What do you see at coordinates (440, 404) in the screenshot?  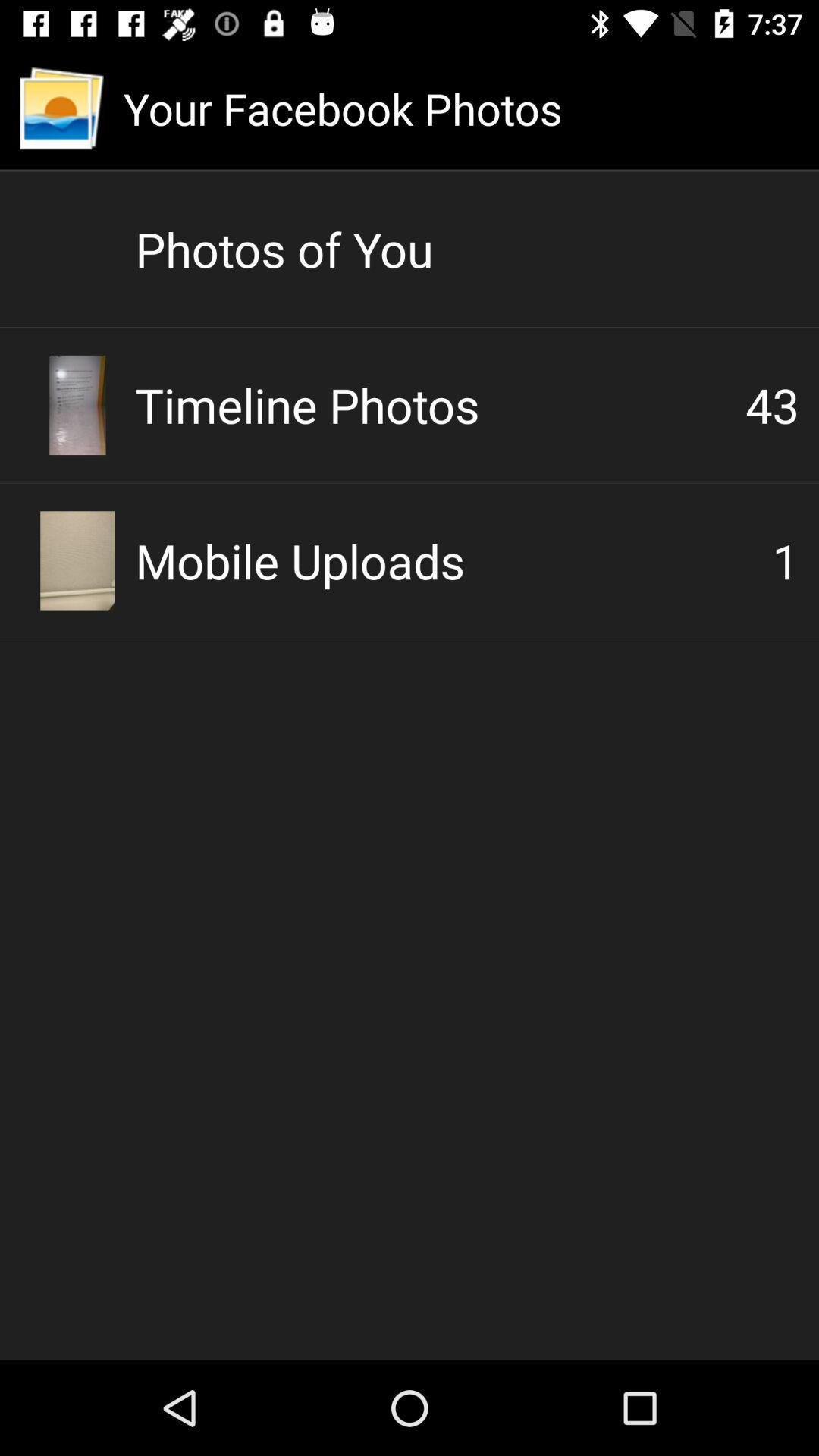 I see `the item below the photos of you icon` at bounding box center [440, 404].